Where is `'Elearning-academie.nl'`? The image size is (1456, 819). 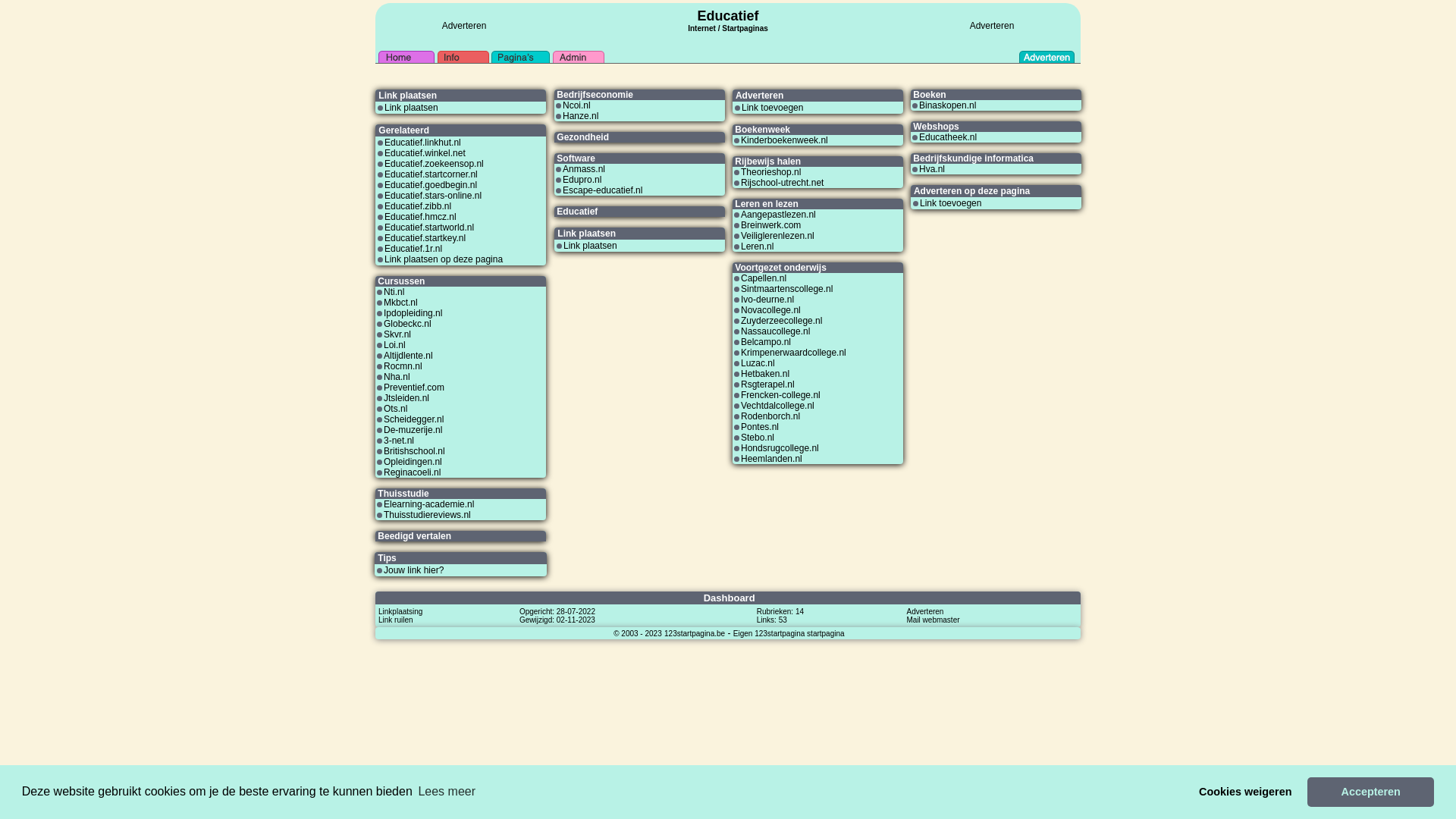 'Elearning-academie.nl' is located at coordinates (428, 504).